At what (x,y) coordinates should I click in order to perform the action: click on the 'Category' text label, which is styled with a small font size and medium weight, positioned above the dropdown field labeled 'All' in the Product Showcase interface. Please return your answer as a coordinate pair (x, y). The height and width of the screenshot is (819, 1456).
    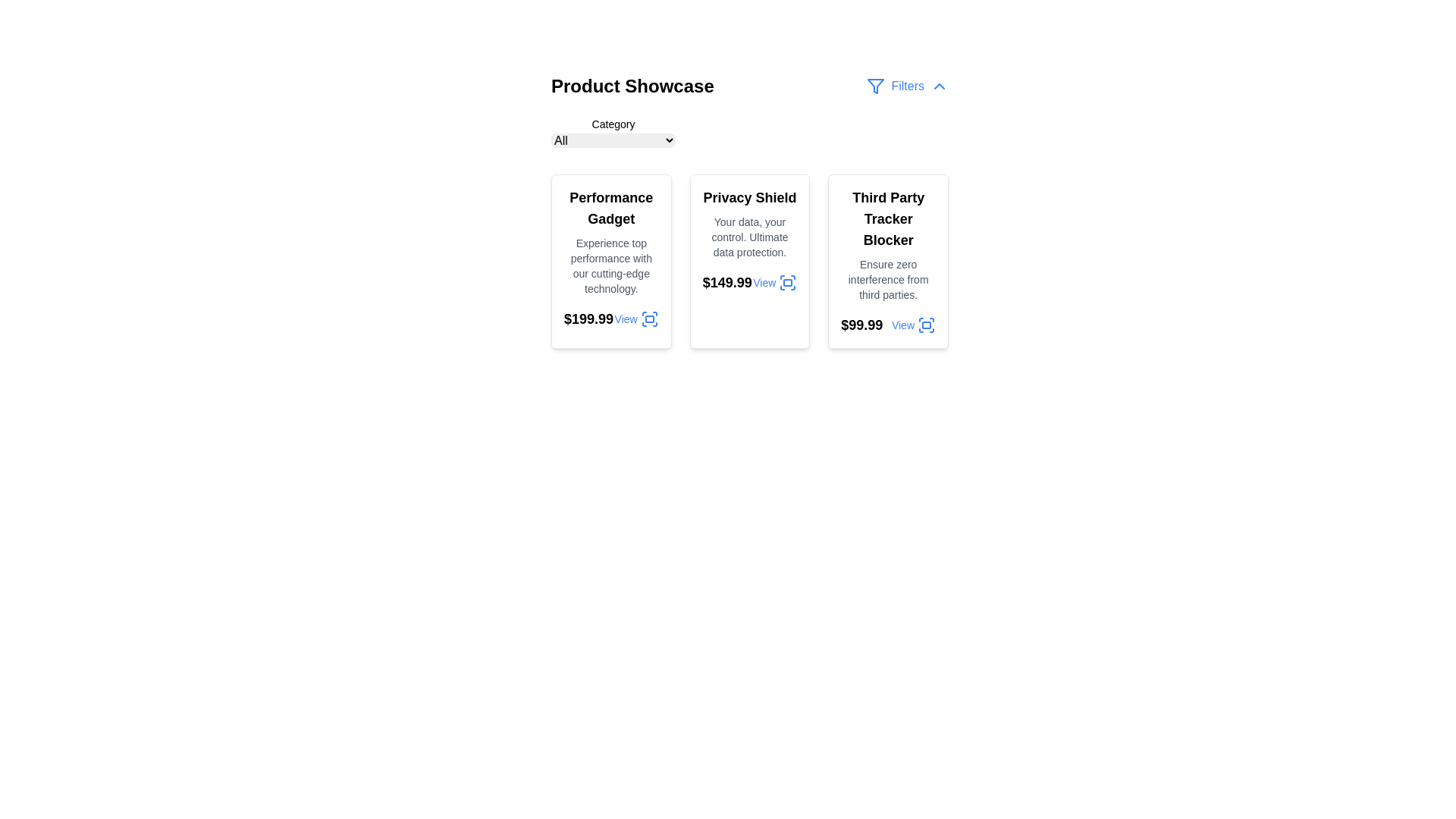
    Looking at the image, I should click on (613, 124).